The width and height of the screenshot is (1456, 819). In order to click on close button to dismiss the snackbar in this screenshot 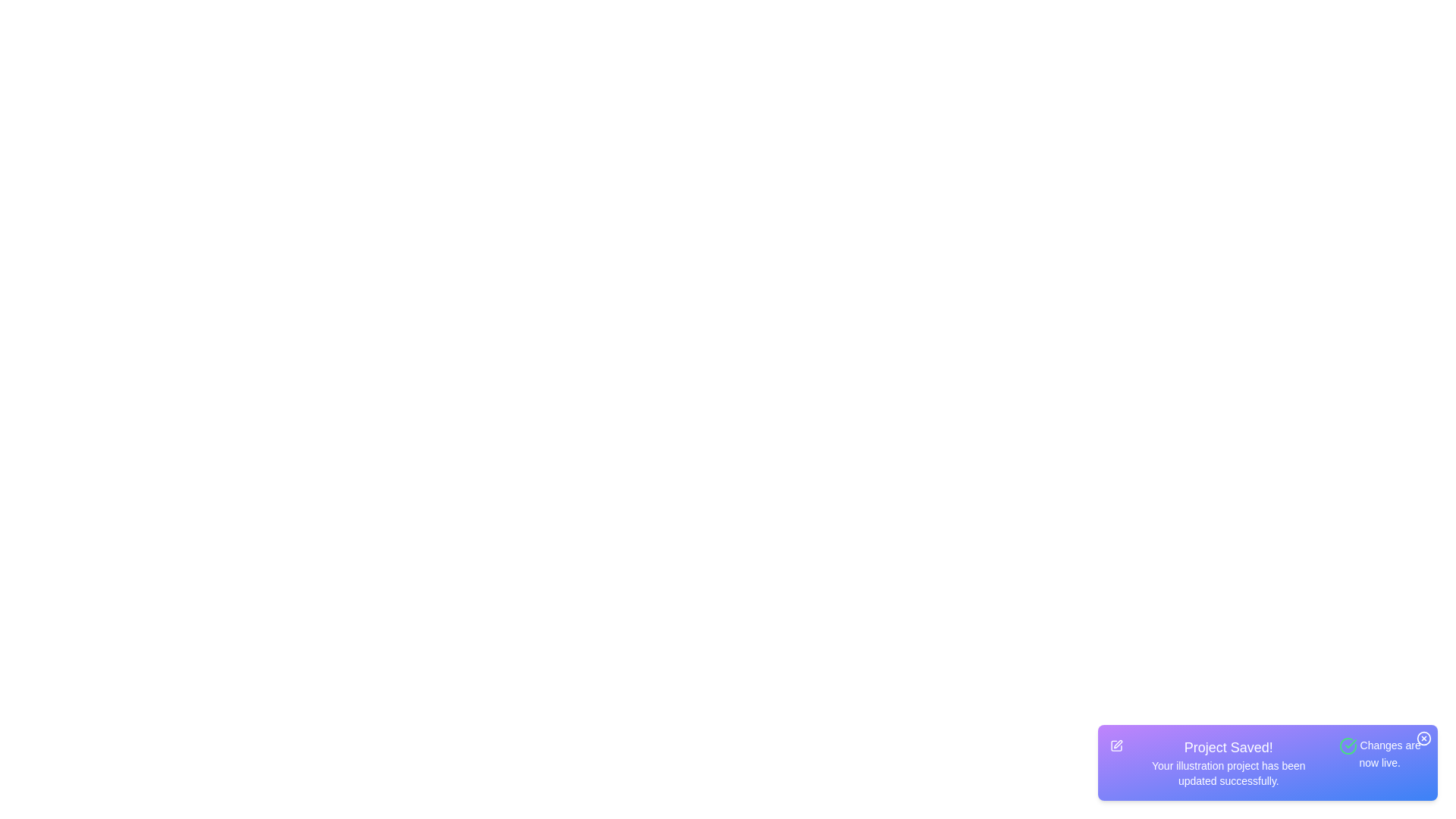, I will do `click(1423, 738)`.